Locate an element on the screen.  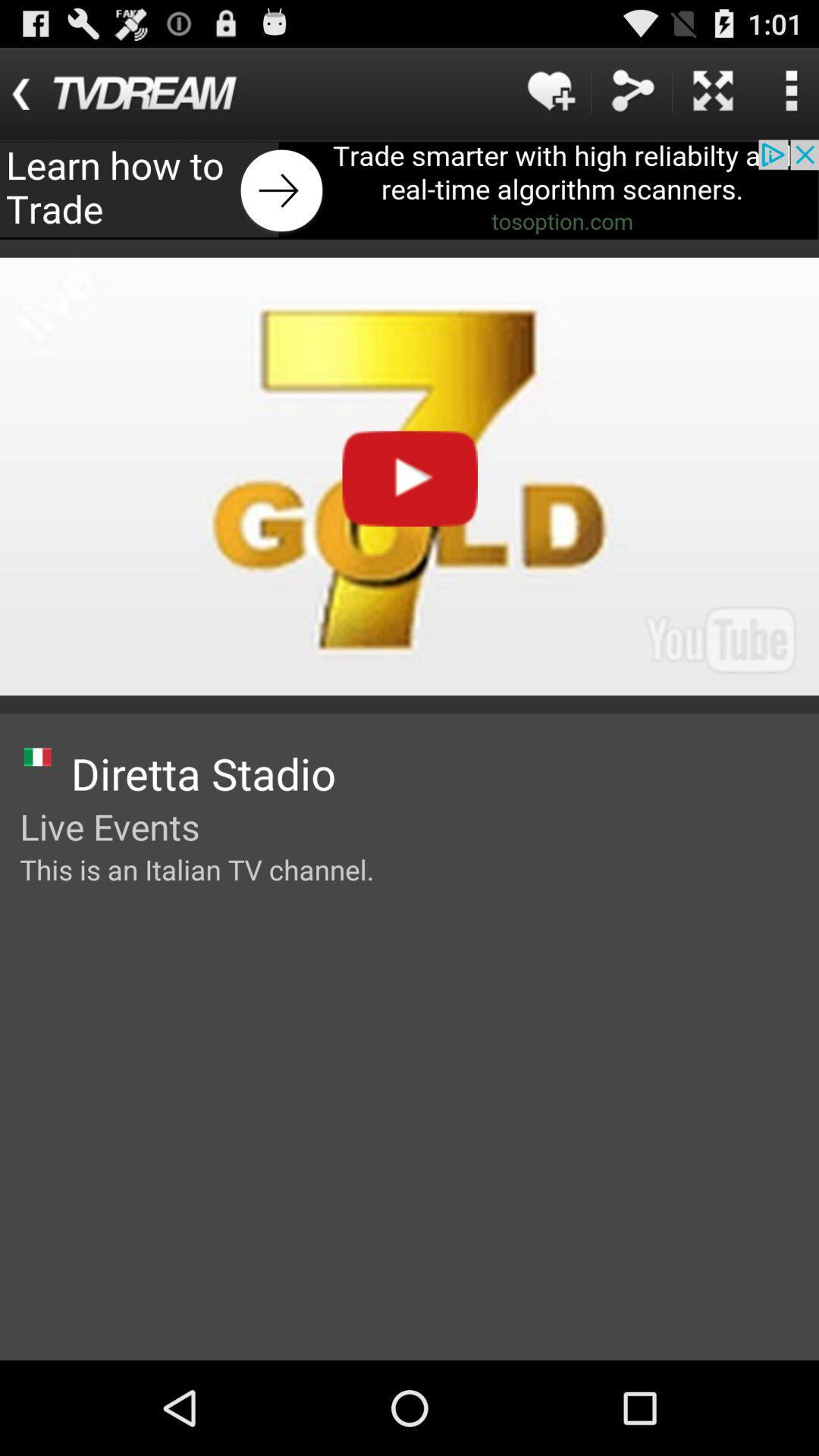
share option is located at coordinates (632, 89).